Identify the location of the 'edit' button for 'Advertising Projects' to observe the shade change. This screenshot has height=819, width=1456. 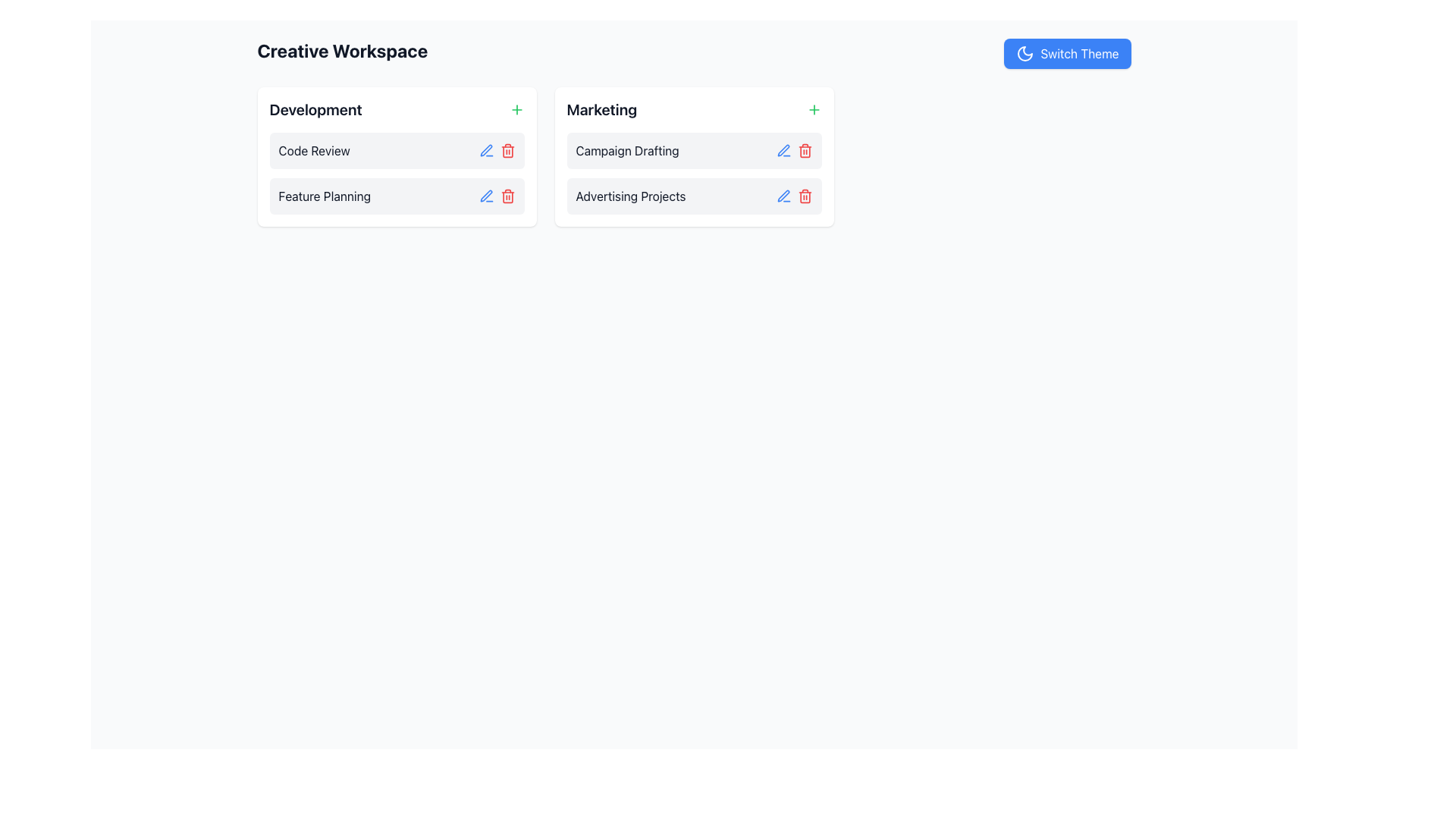
(783, 195).